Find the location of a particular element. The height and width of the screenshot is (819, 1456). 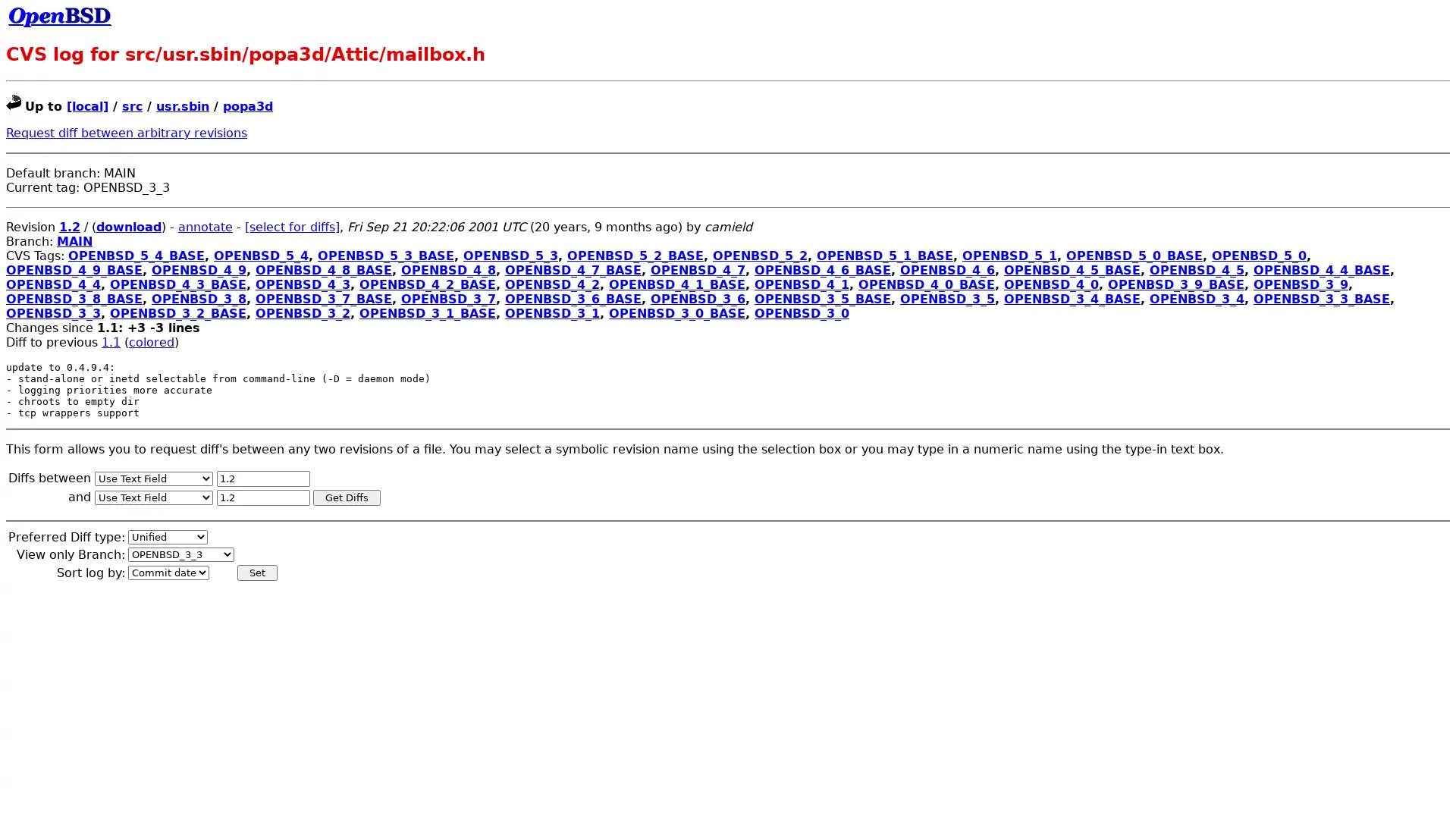

Get Diffs is located at coordinates (346, 497).